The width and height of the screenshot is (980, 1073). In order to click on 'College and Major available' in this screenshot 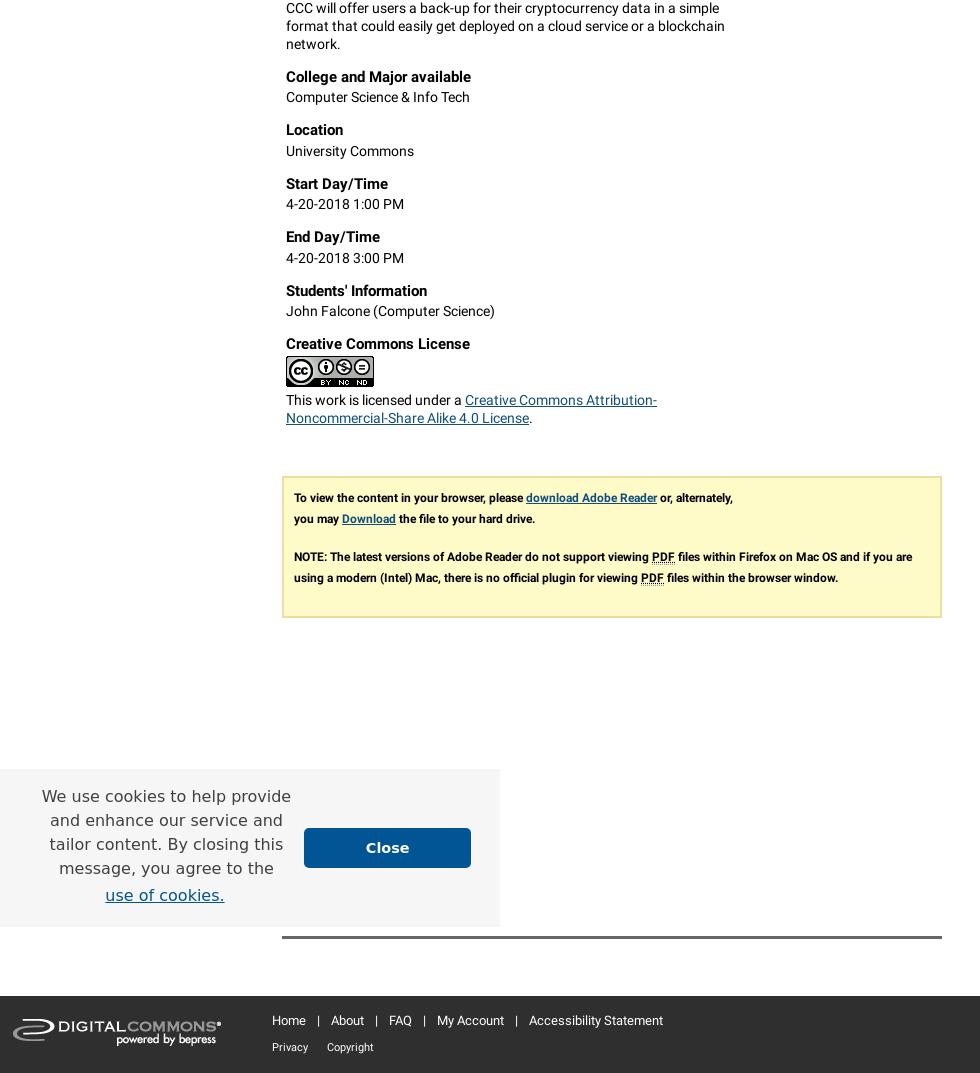, I will do `click(378, 75)`.